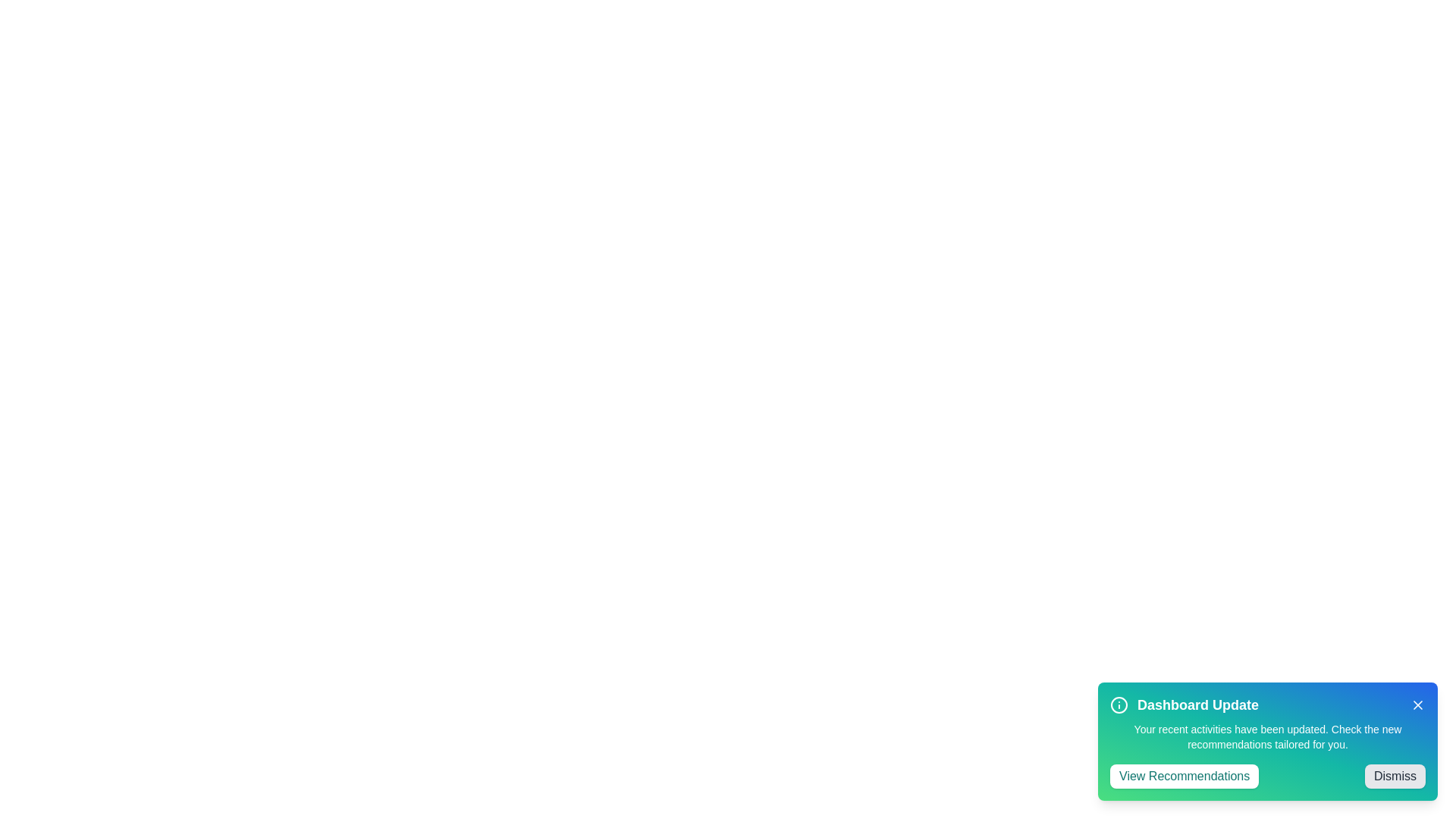 The height and width of the screenshot is (819, 1456). Describe the element at coordinates (1395, 776) in the screenshot. I see `the 'Dismiss' button to hide the alert` at that location.